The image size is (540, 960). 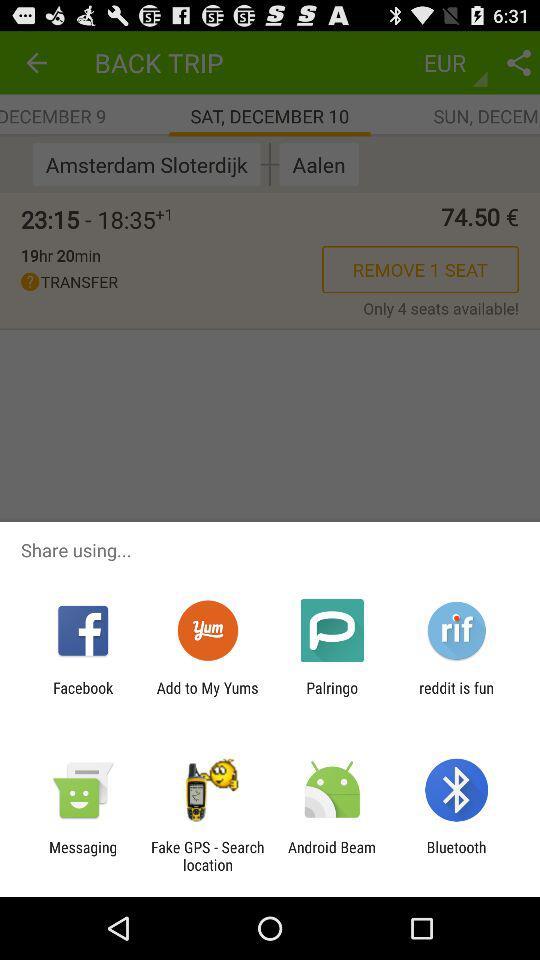 What do you see at coordinates (456, 696) in the screenshot?
I see `reddit is fun` at bounding box center [456, 696].